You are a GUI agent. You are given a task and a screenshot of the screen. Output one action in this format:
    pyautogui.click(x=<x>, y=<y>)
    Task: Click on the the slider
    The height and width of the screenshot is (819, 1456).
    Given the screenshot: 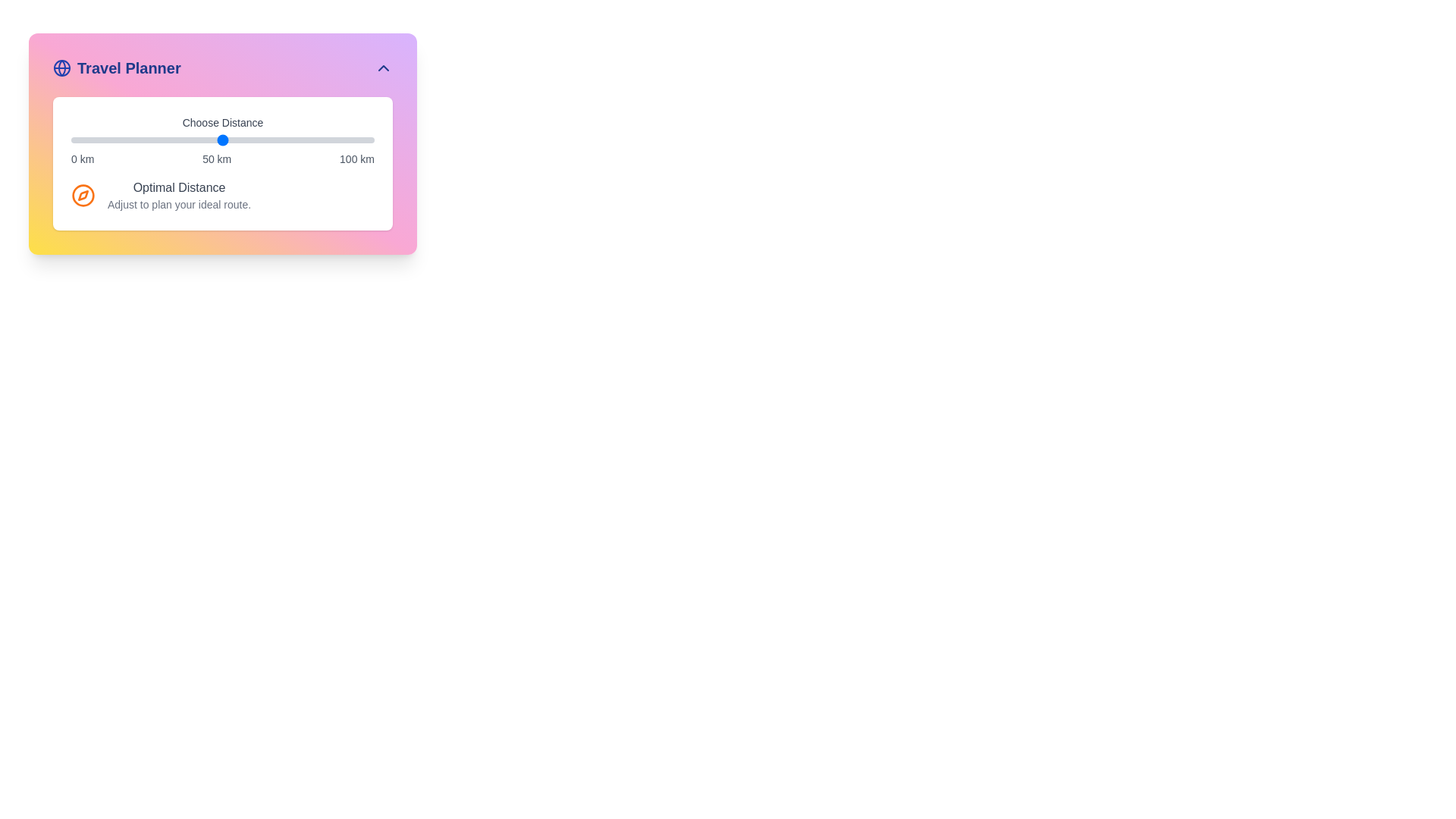 What is the action you would take?
    pyautogui.click(x=240, y=140)
    